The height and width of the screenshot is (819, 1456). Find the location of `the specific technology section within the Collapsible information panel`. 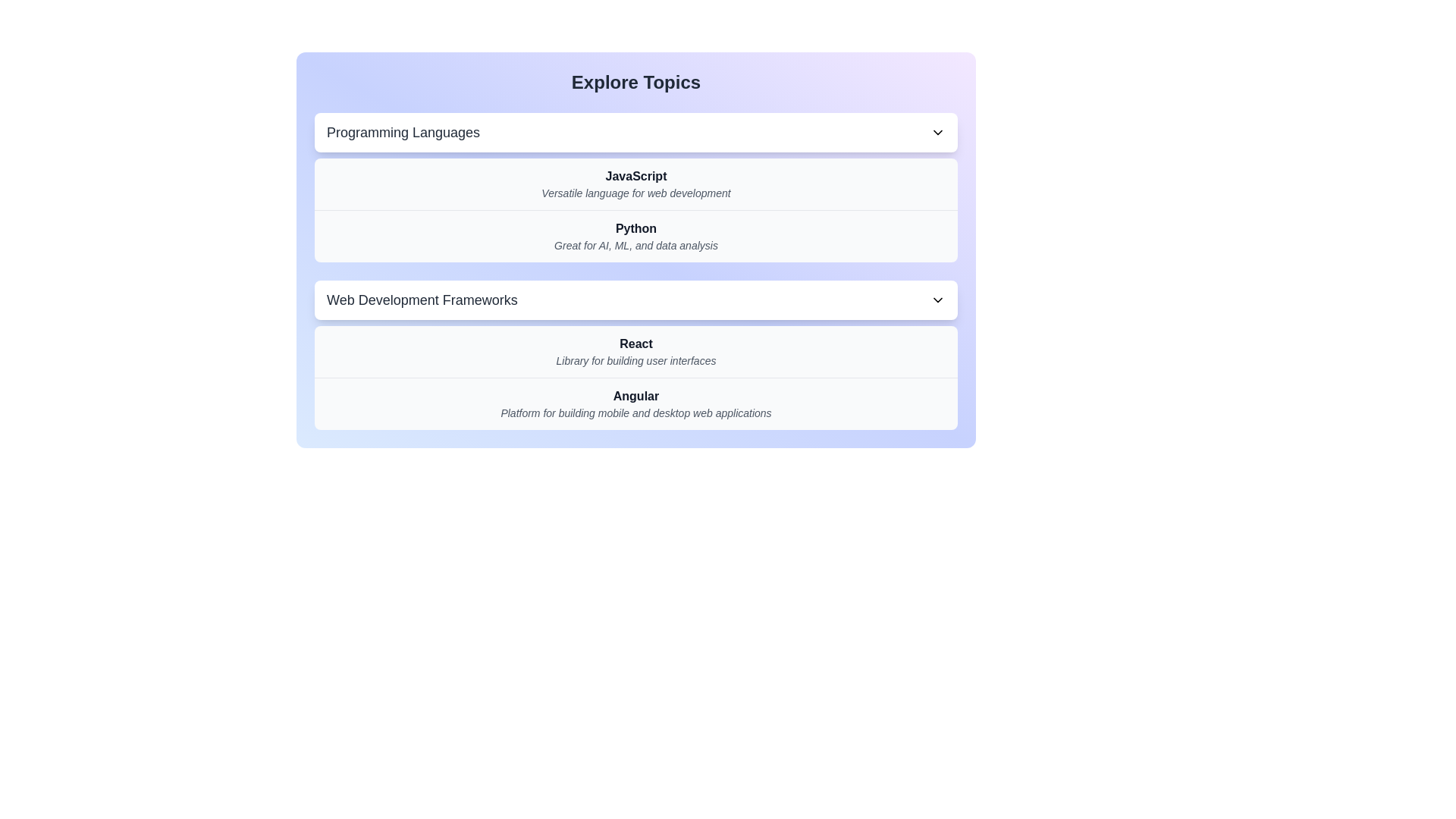

the specific technology section within the Collapsible information panel is located at coordinates (636, 249).